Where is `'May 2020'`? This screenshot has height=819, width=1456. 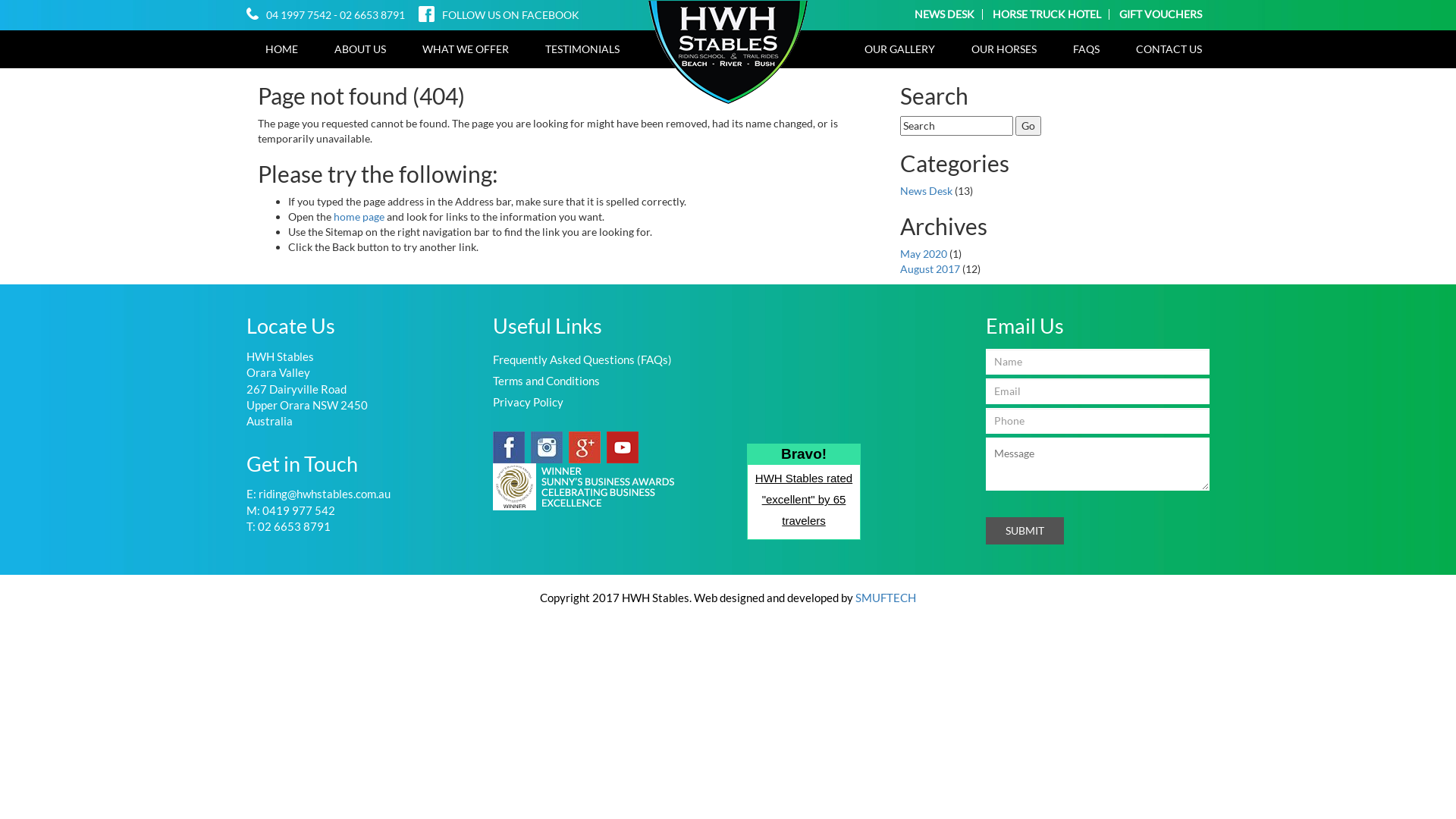 'May 2020' is located at coordinates (923, 253).